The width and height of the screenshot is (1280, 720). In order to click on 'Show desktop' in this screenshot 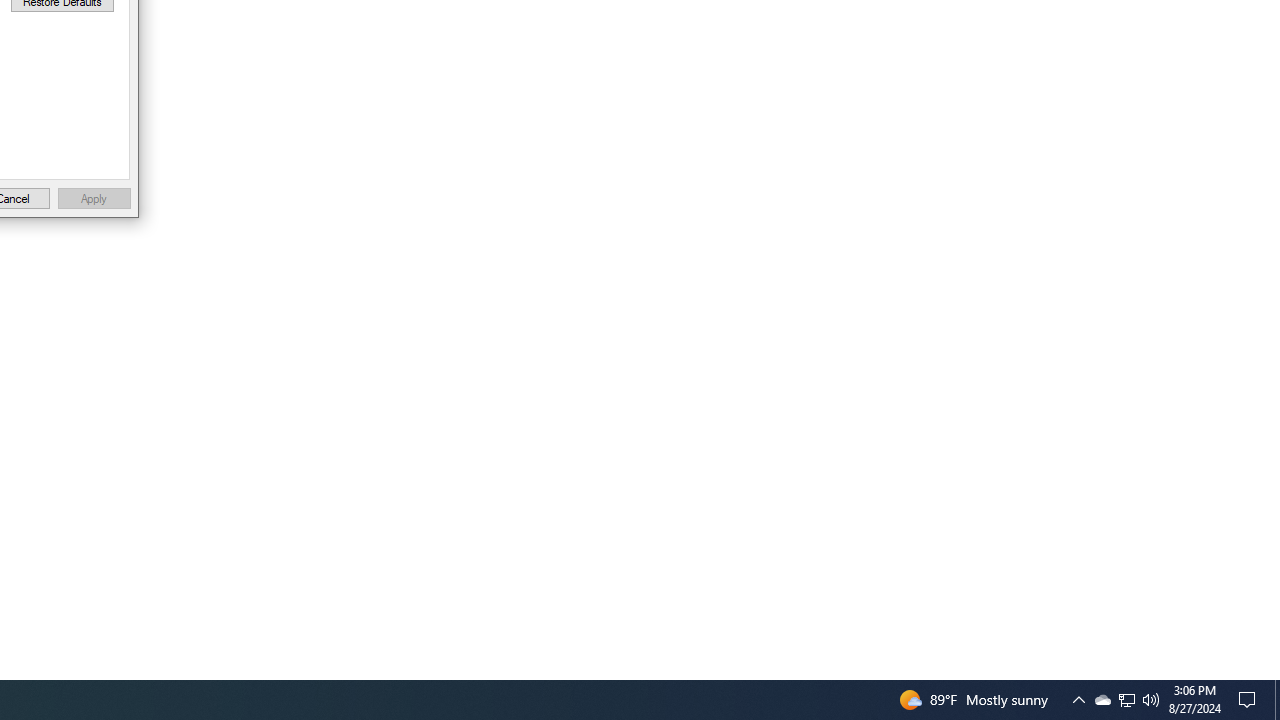, I will do `click(1276, 698)`.